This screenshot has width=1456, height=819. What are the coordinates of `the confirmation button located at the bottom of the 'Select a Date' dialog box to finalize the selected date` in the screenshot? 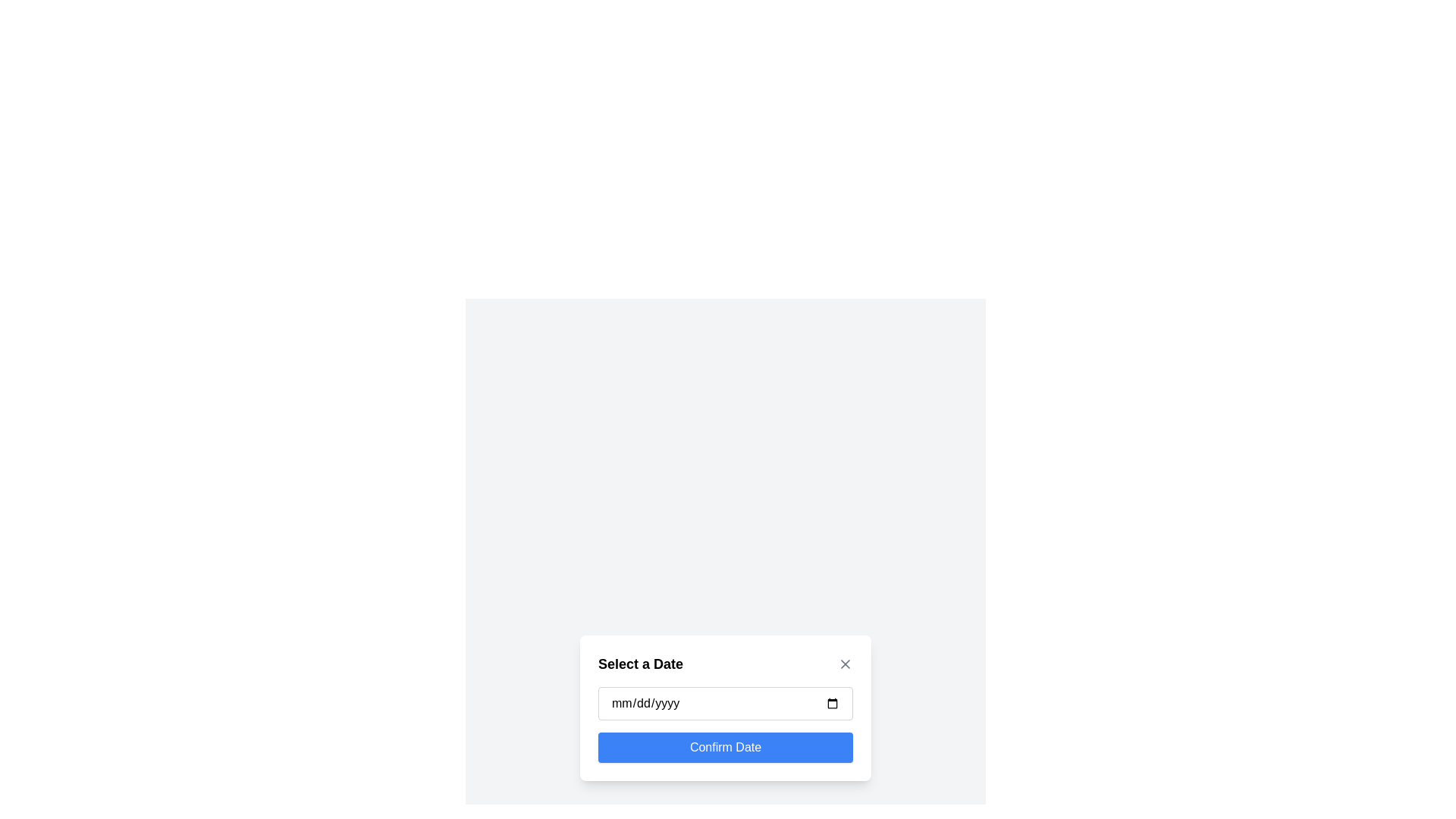 It's located at (724, 747).